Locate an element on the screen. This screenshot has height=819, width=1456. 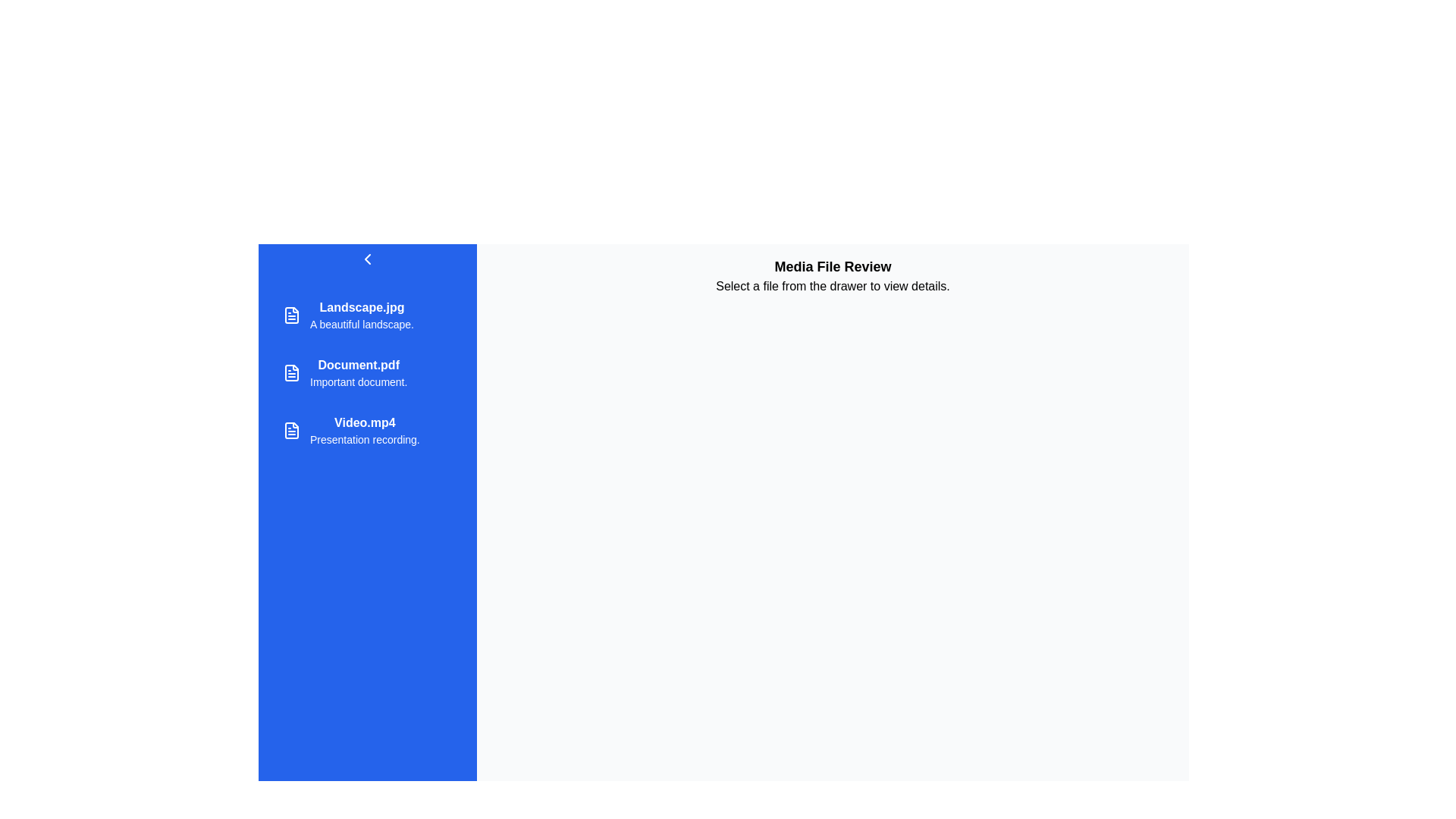
the list item labeled 'Video.mp4' with a description 'Presentation recording.' located in the left sidebar menu, which is the third entry in the vertical list is located at coordinates (365, 430).